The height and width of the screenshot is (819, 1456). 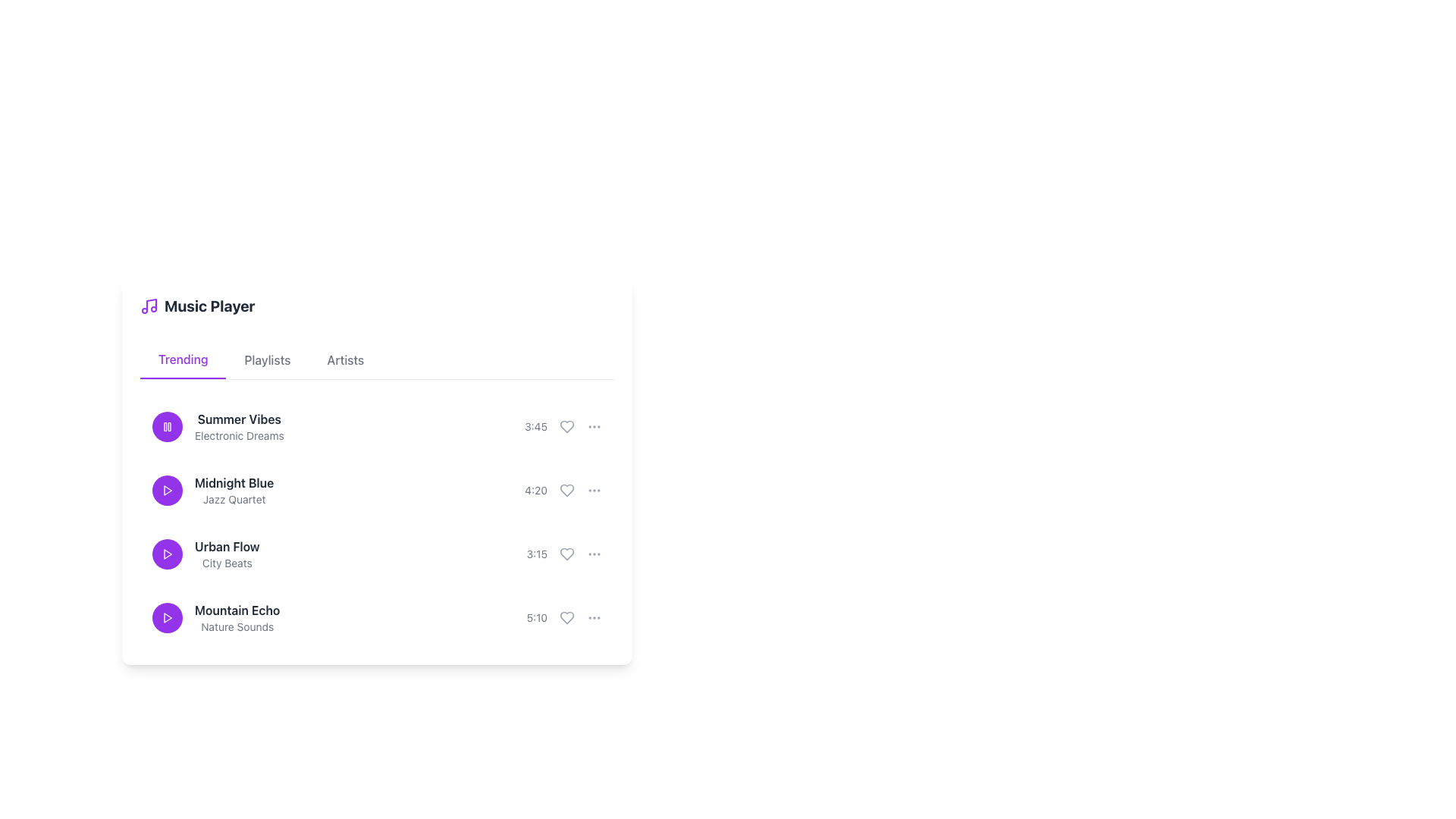 What do you see at coordinates (167, 427) in the screenshot?
I see `the 'Pause' button located to the left of the 'Summer Vibes' text label` at bounding box center [167, 427].